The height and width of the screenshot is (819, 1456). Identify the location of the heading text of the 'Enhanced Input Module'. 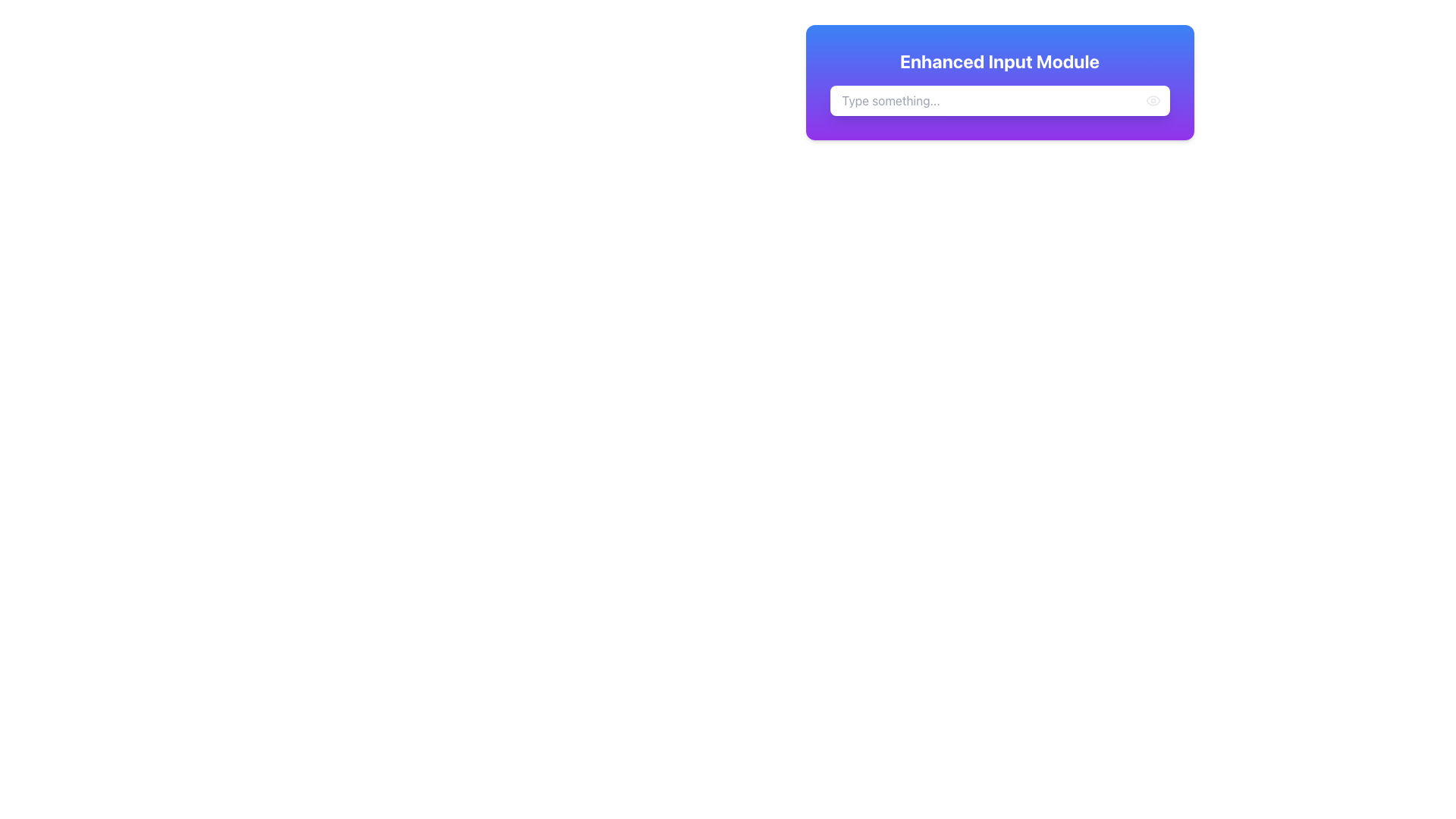
(999, 82).